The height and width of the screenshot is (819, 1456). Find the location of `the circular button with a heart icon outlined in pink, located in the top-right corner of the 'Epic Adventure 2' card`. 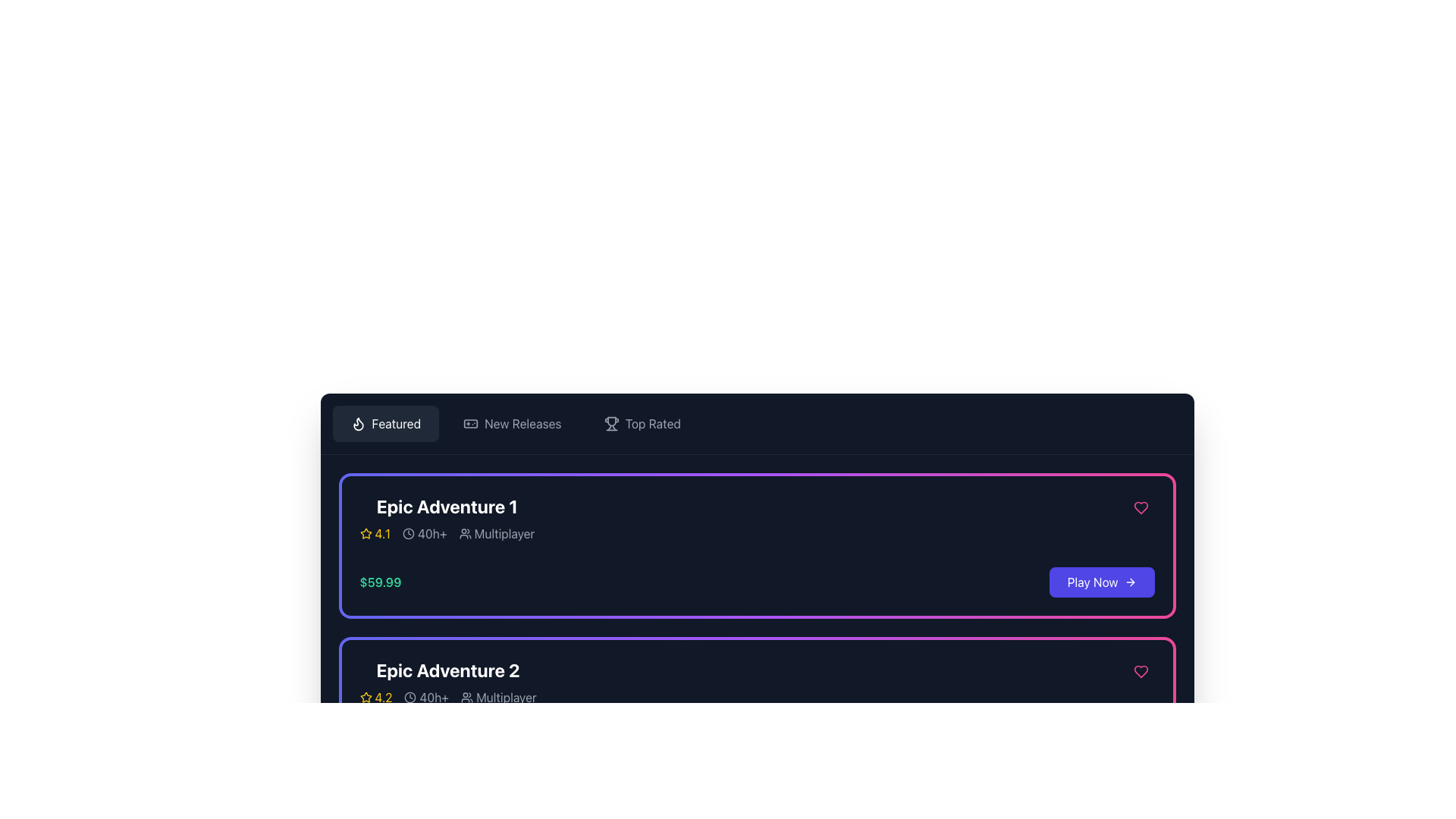

the circular button with a heart icon outlined in pink, located in the top-right corner of the 'Epic Adventure 2' card is located at coordinates (1141, 671).